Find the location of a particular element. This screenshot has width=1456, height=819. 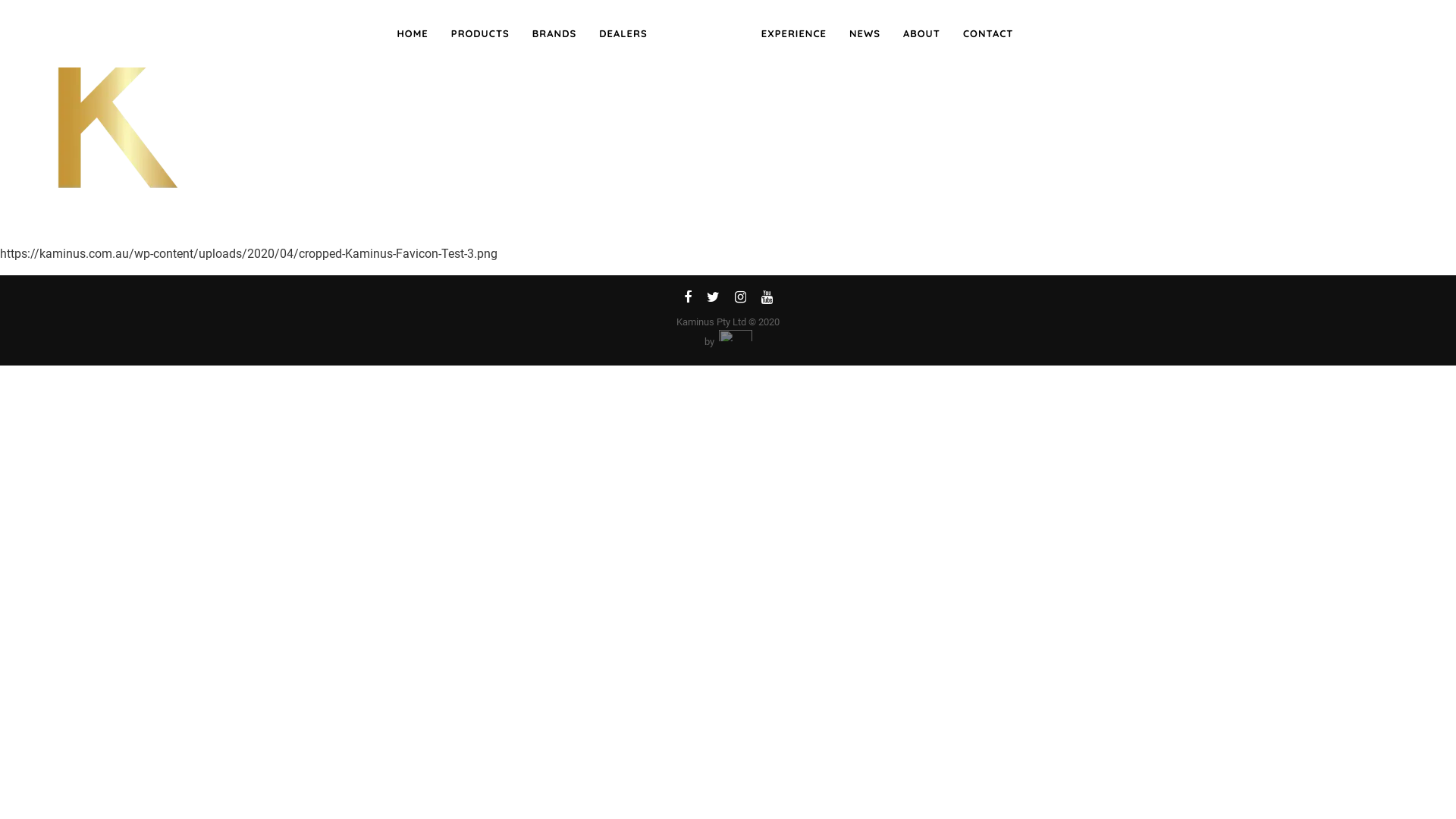

'Twitter' is located at coordinates (698, 300).